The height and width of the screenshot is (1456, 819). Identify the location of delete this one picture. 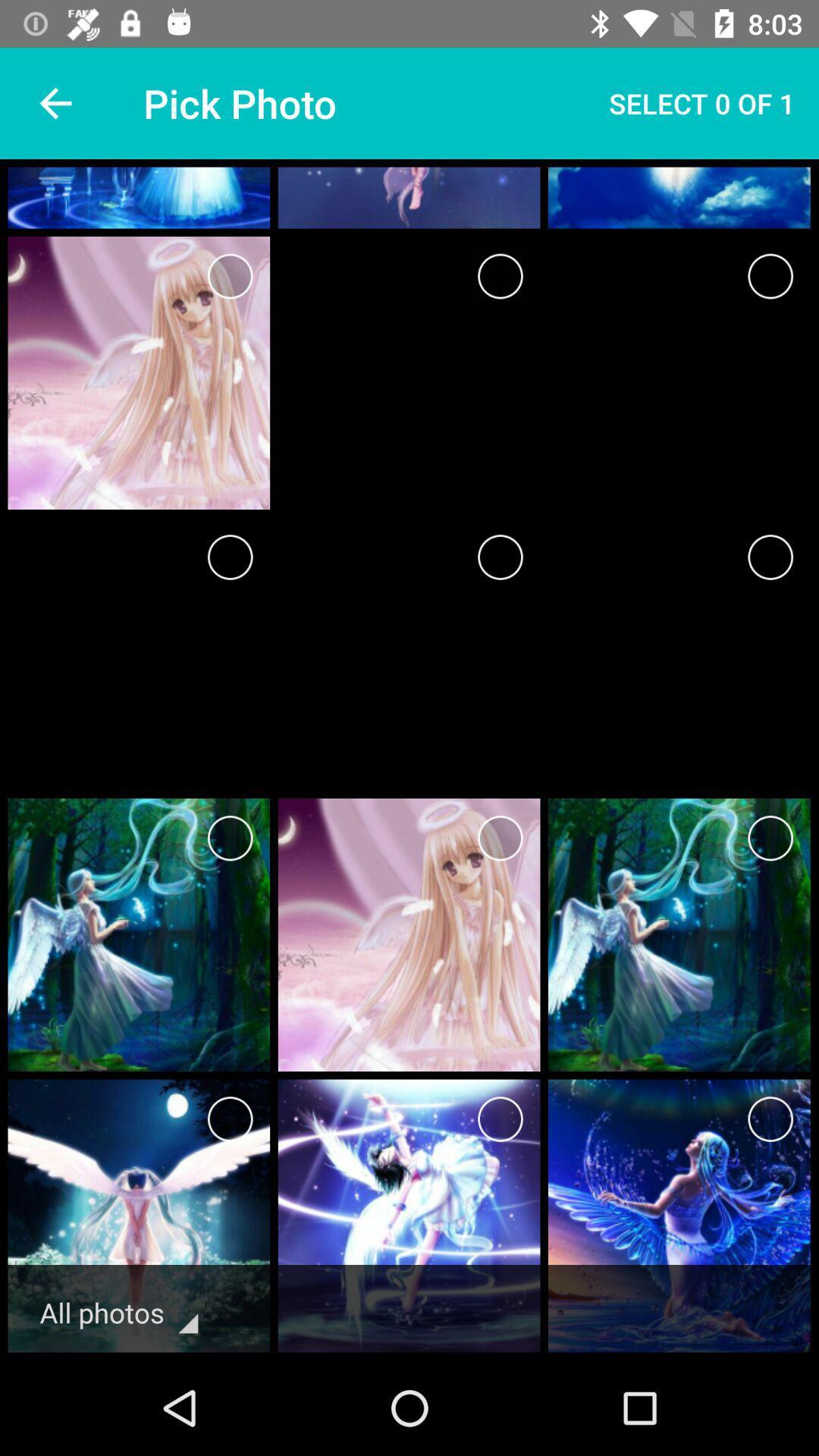
(500, 837).